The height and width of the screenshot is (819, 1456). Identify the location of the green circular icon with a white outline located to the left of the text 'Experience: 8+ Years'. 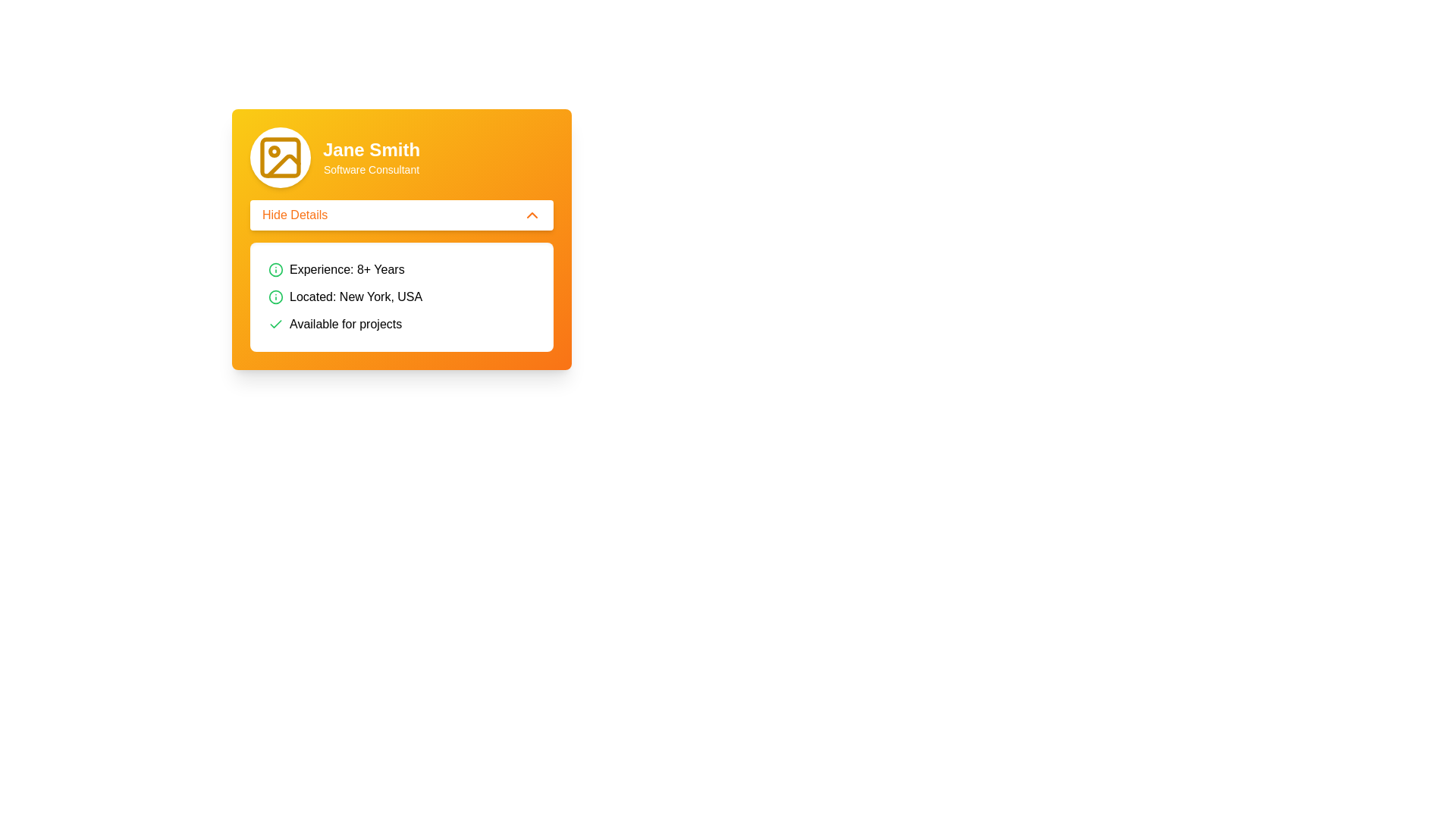
(276, 297).